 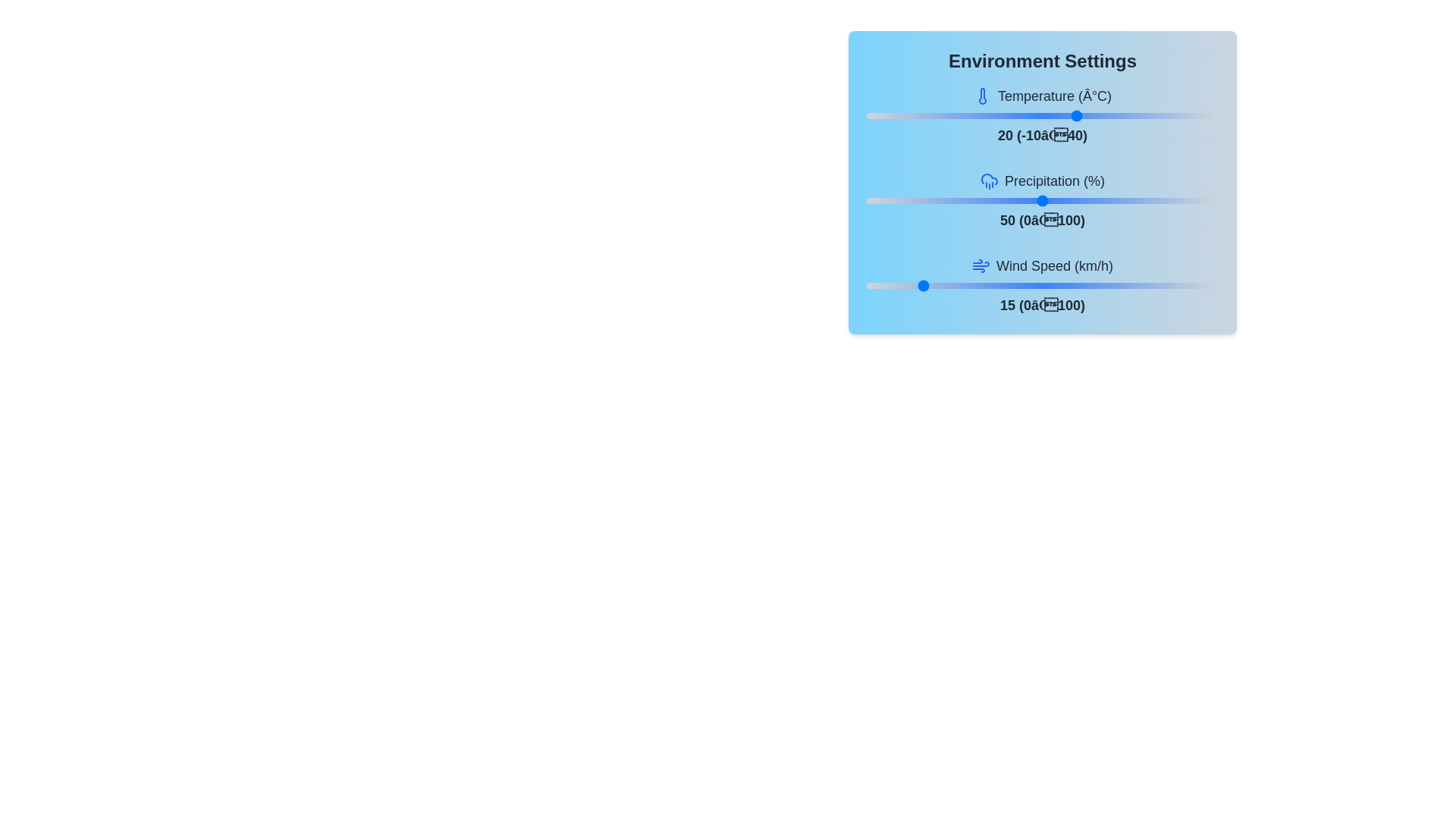 I want to click on the wind speed, so click(x=880, y=286).